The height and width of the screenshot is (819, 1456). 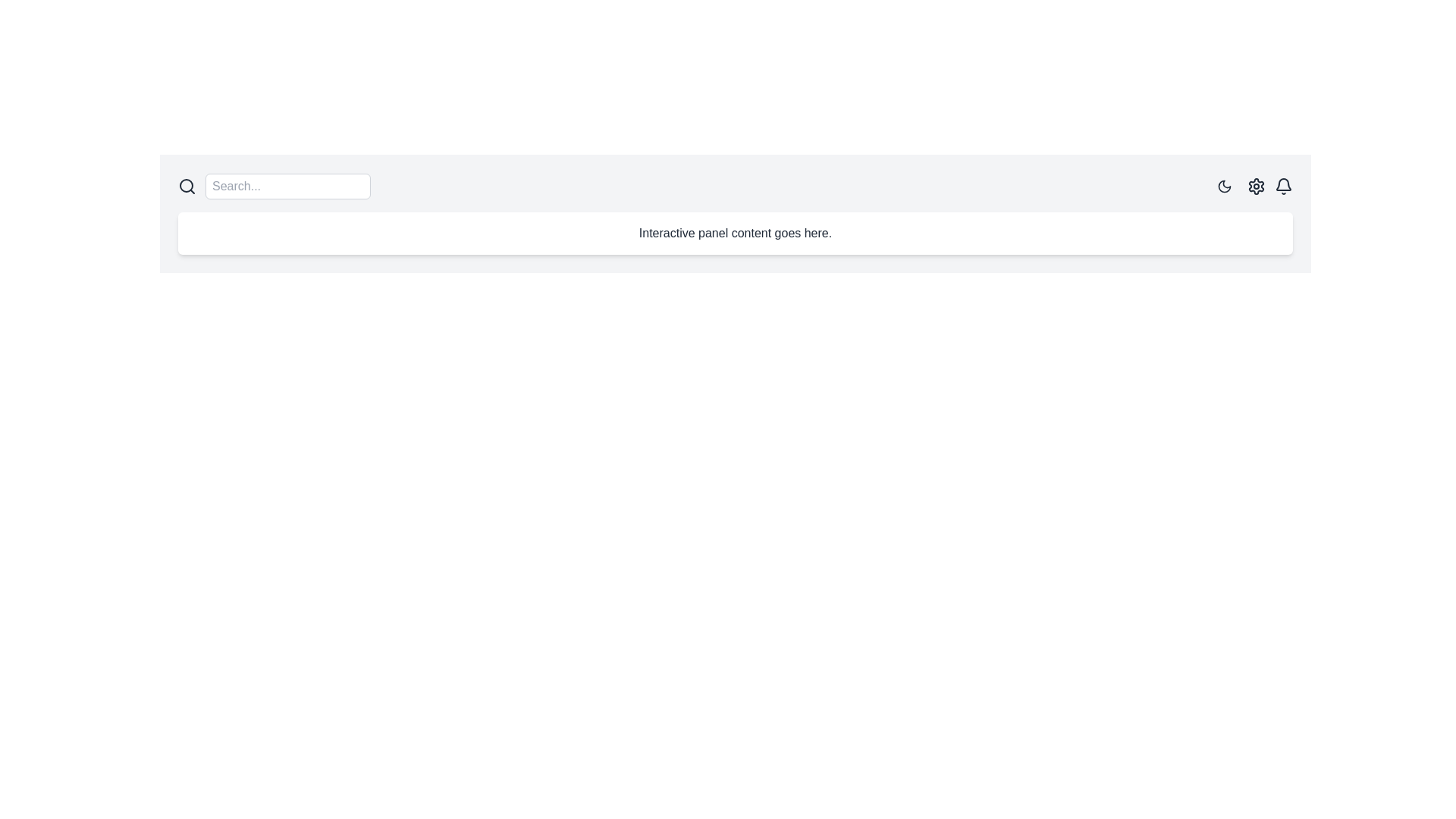 What do you see at coordinates (1283, 186) in the screenshot?
I see `the bell-shaped notification icon located on the rightmost side of the header bar` at bounding box center [1283, 186].